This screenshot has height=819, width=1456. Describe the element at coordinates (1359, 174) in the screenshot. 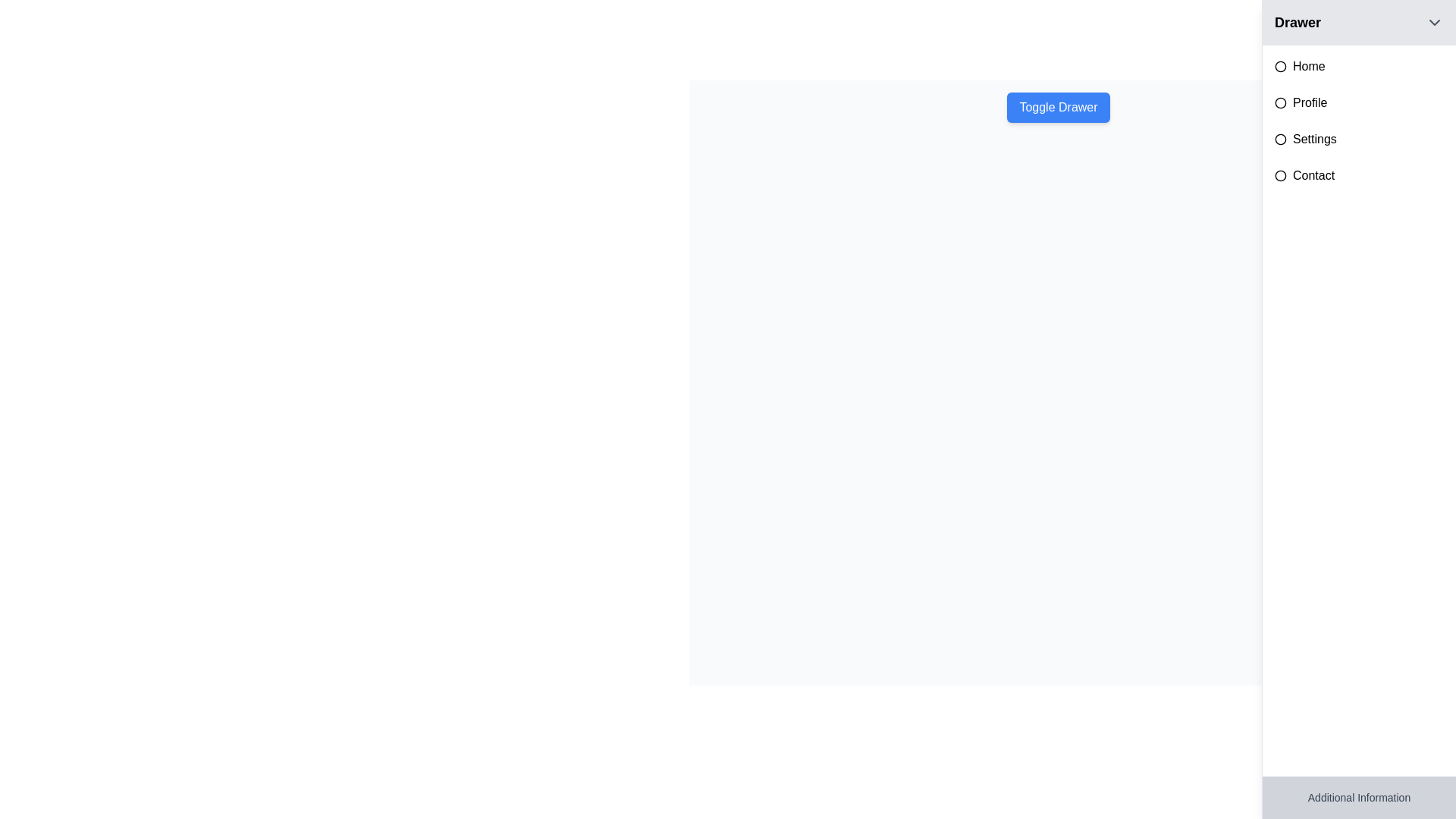

I see `the List item with an icon and label located at the bottommost position of a vertical stack in the right-side drawer` at that location.